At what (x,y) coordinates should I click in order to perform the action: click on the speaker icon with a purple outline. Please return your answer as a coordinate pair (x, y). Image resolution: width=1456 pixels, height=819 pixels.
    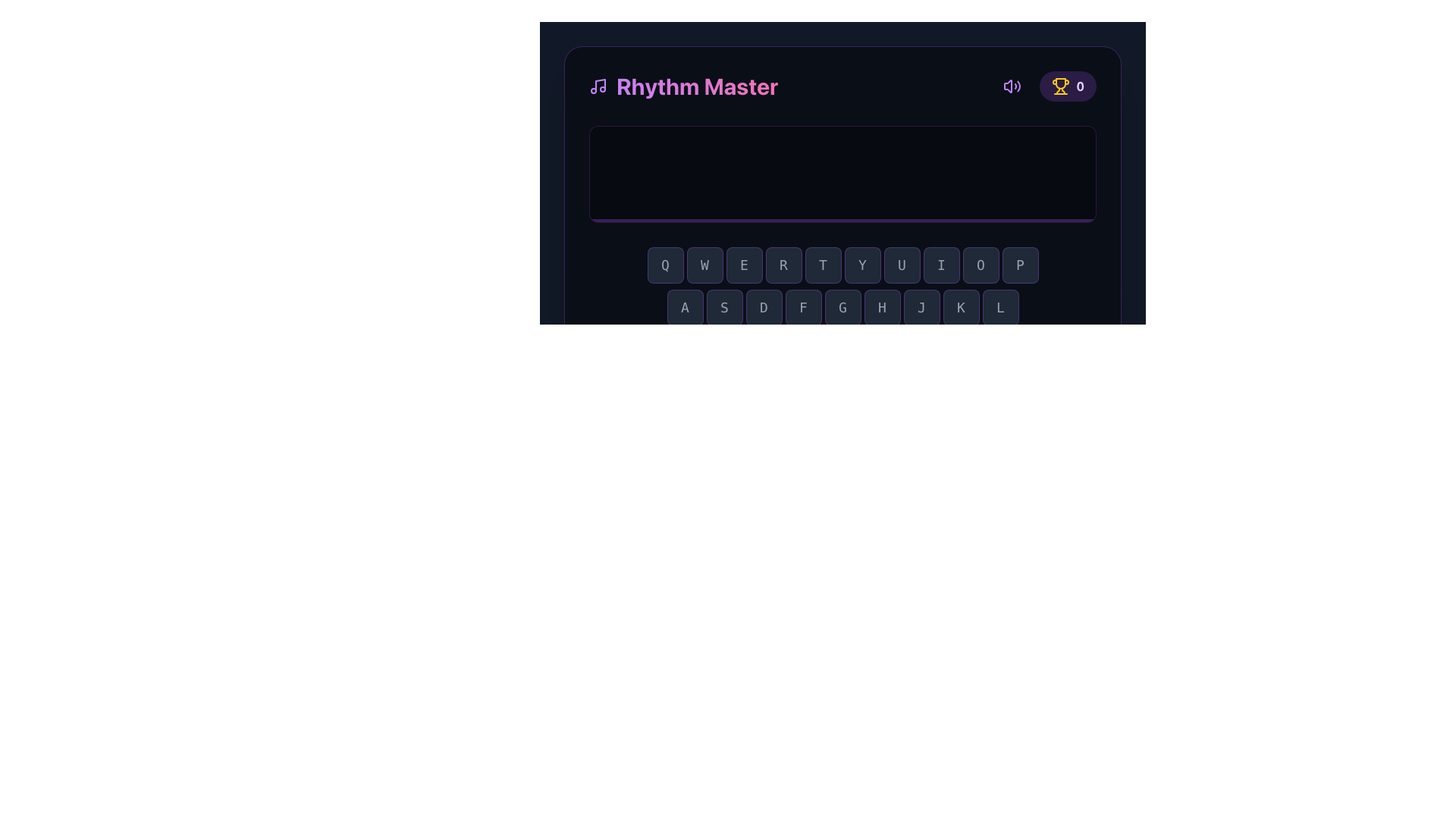
    Looking at the image, I should click on (1012, 86).